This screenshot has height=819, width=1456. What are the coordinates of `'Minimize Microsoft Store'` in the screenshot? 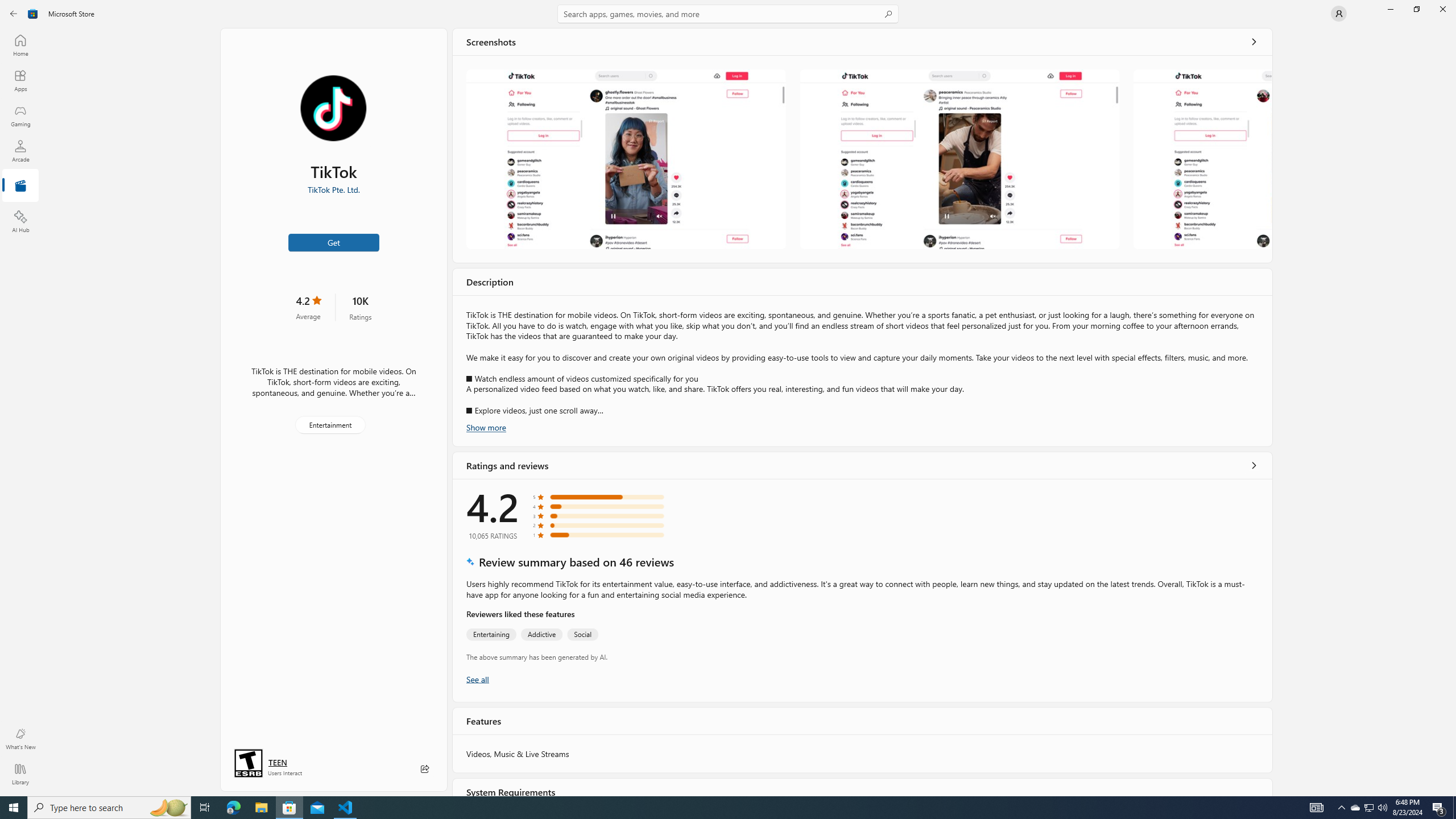 It's located at (1389, 9).